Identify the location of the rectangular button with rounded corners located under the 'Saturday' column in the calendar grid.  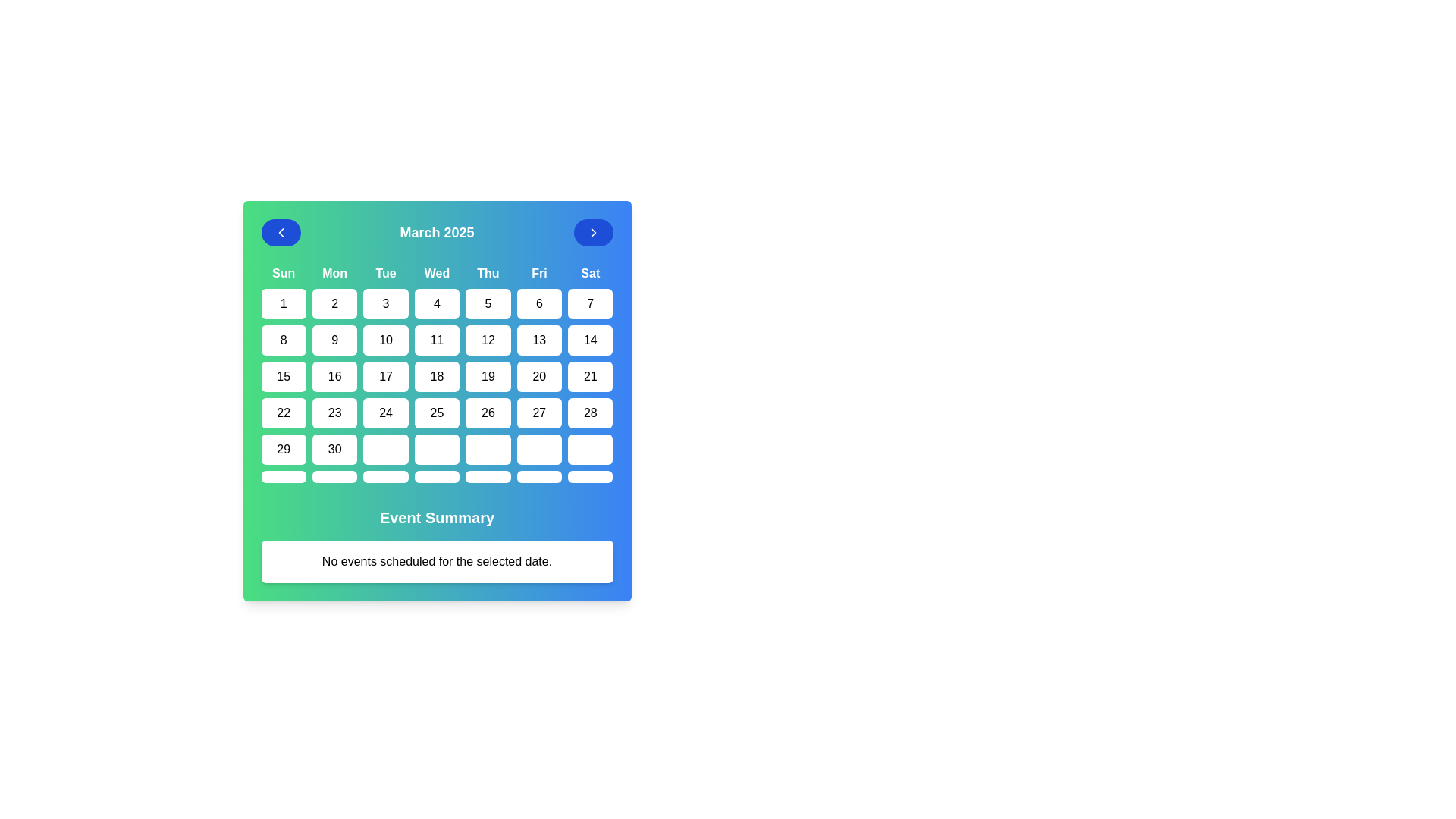
(589, 449).